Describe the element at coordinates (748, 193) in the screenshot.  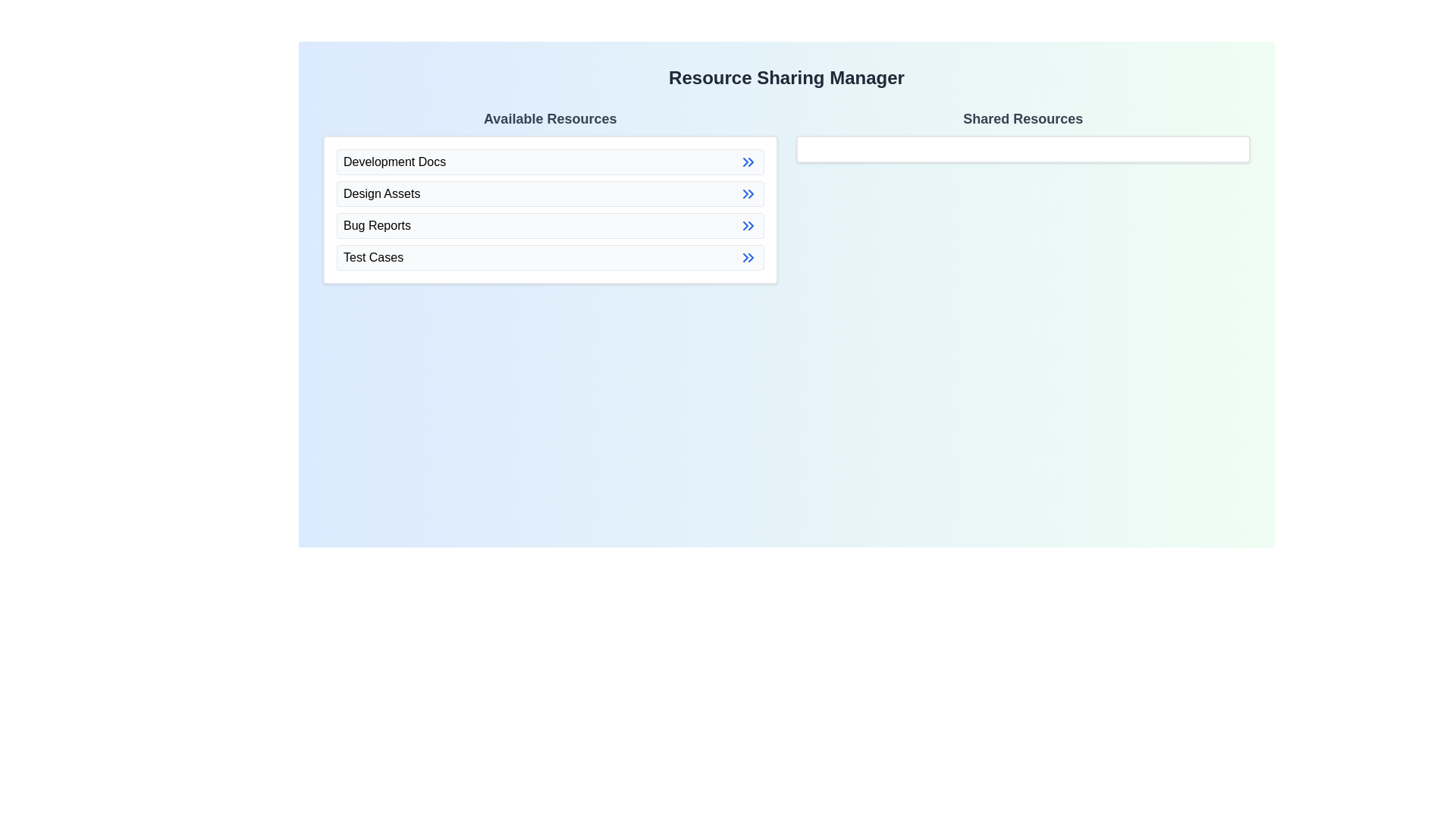
I see `transfer button next to the resource Design Assets to move it to 'Shared Resources'` at that location.